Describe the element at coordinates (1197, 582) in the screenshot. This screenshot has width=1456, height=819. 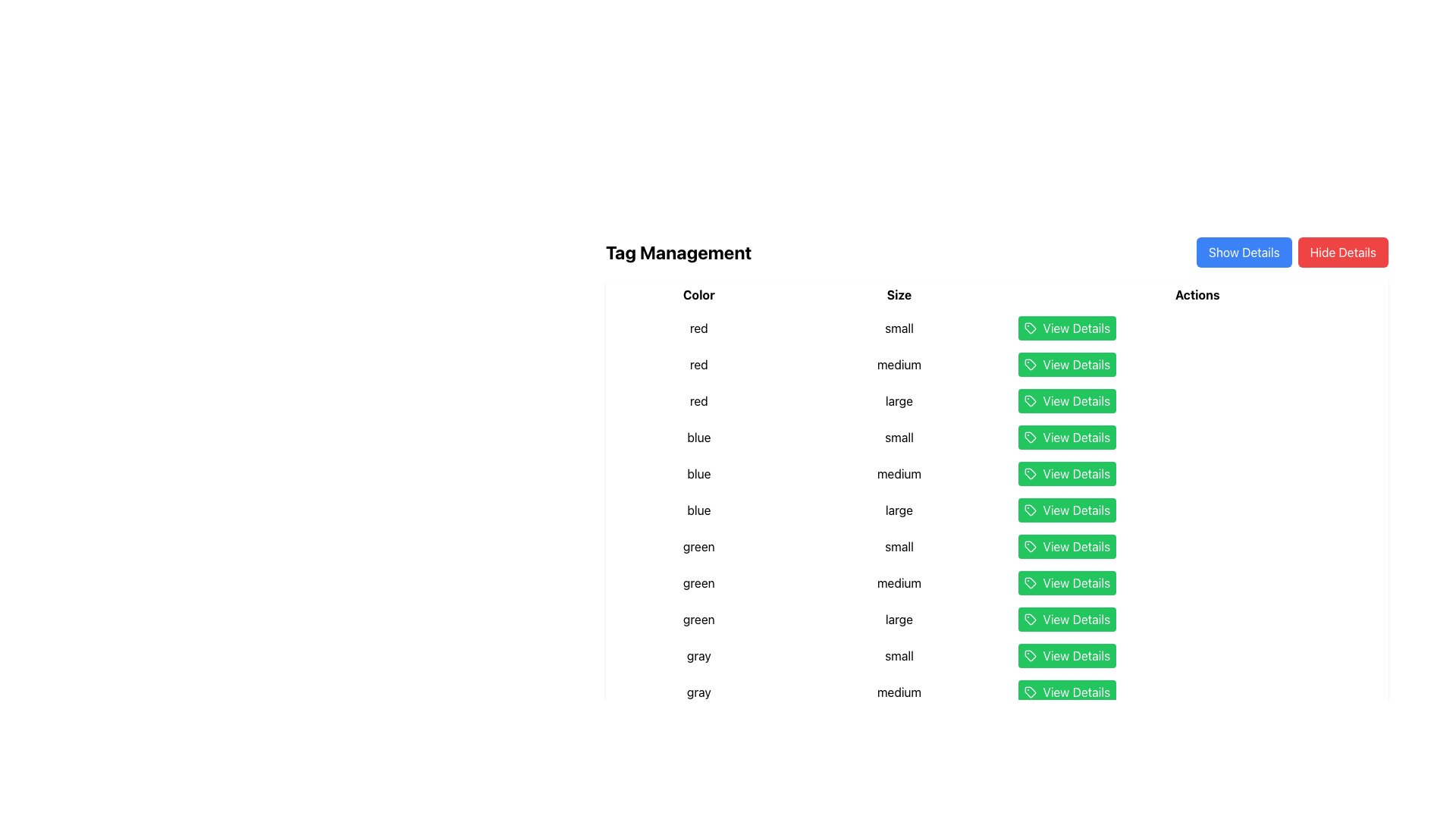
I see `the action button located in the rightmost column of the table corresponding to 'green' in the Color column and 'medium' in the Size column` at that location.